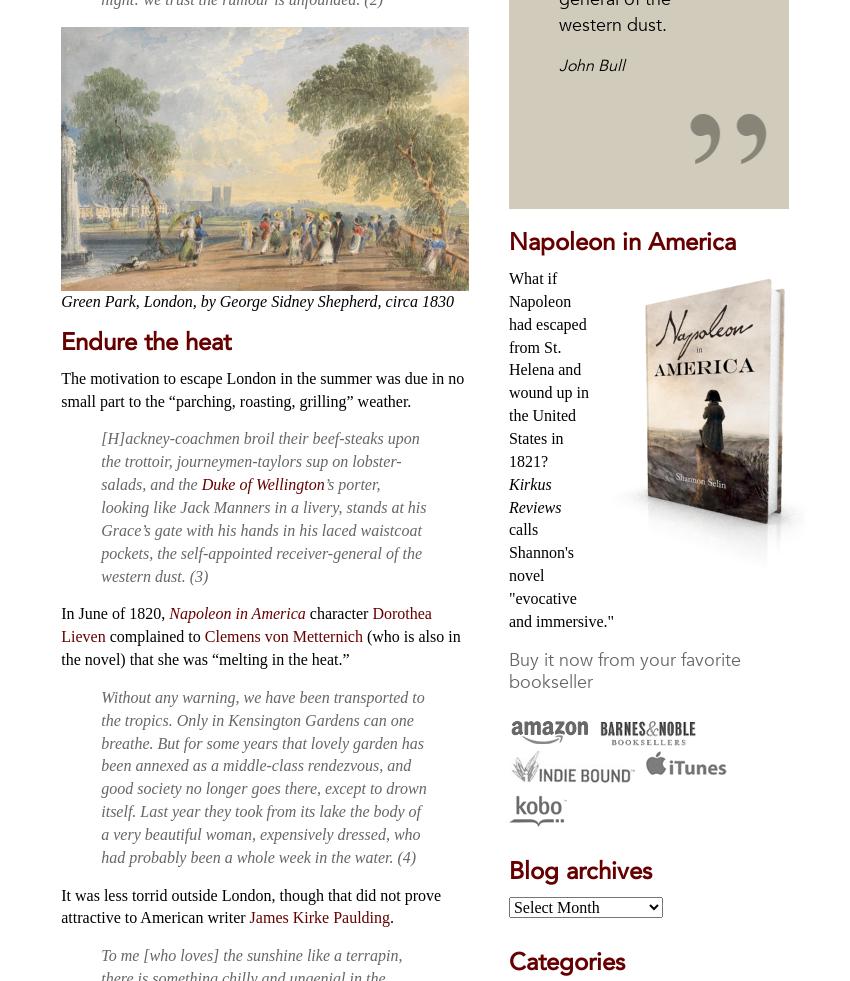 The width and height of the screenshot is (850, 981). I want to click on 'Buy it now from your favorite bookseller', so click(622, 669).